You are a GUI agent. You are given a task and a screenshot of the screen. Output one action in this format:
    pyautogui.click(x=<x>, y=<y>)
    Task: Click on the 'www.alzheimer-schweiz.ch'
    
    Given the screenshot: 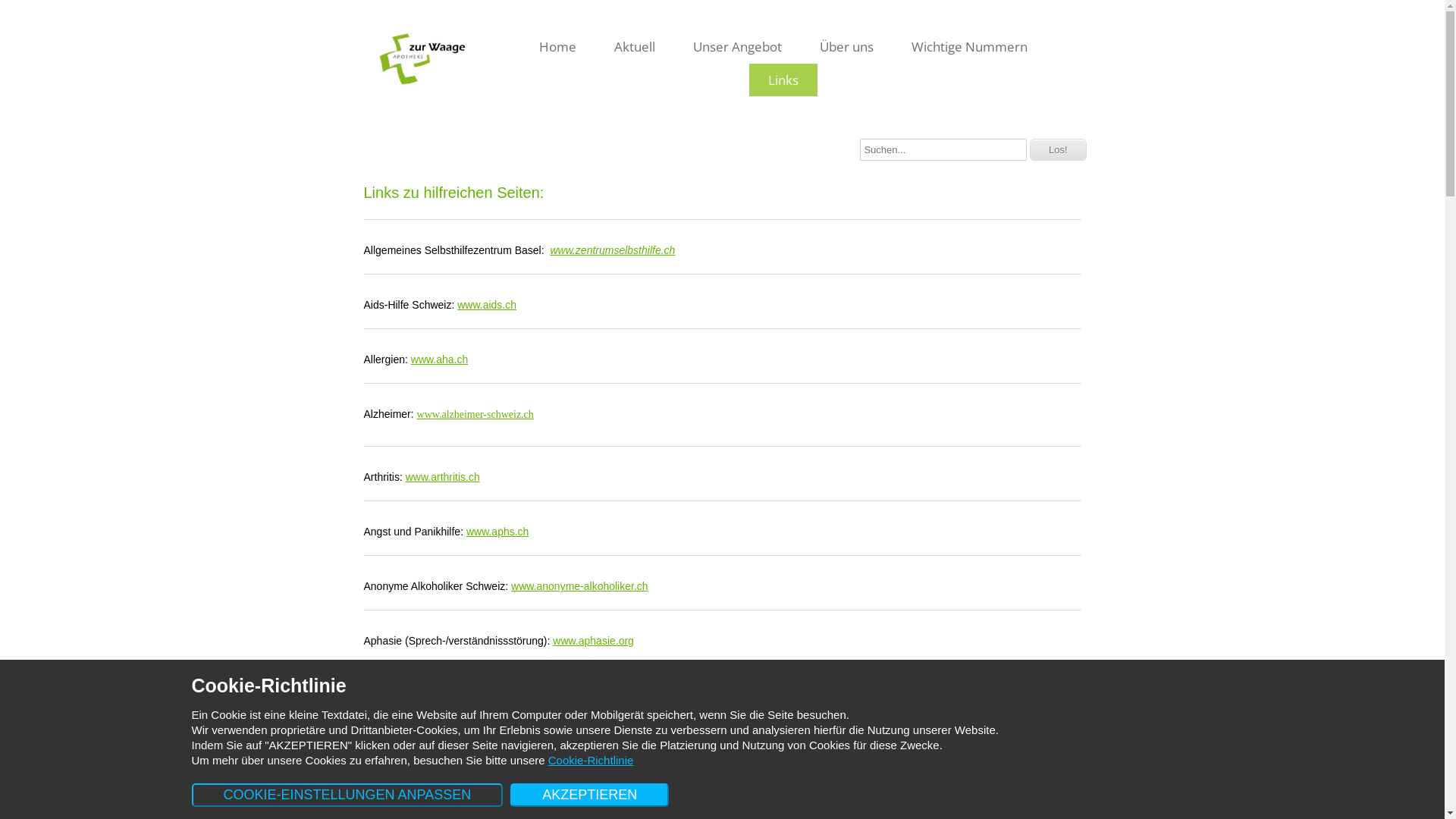 What is the action you would take?
    pyautogui.click(x=417, y=414)
    